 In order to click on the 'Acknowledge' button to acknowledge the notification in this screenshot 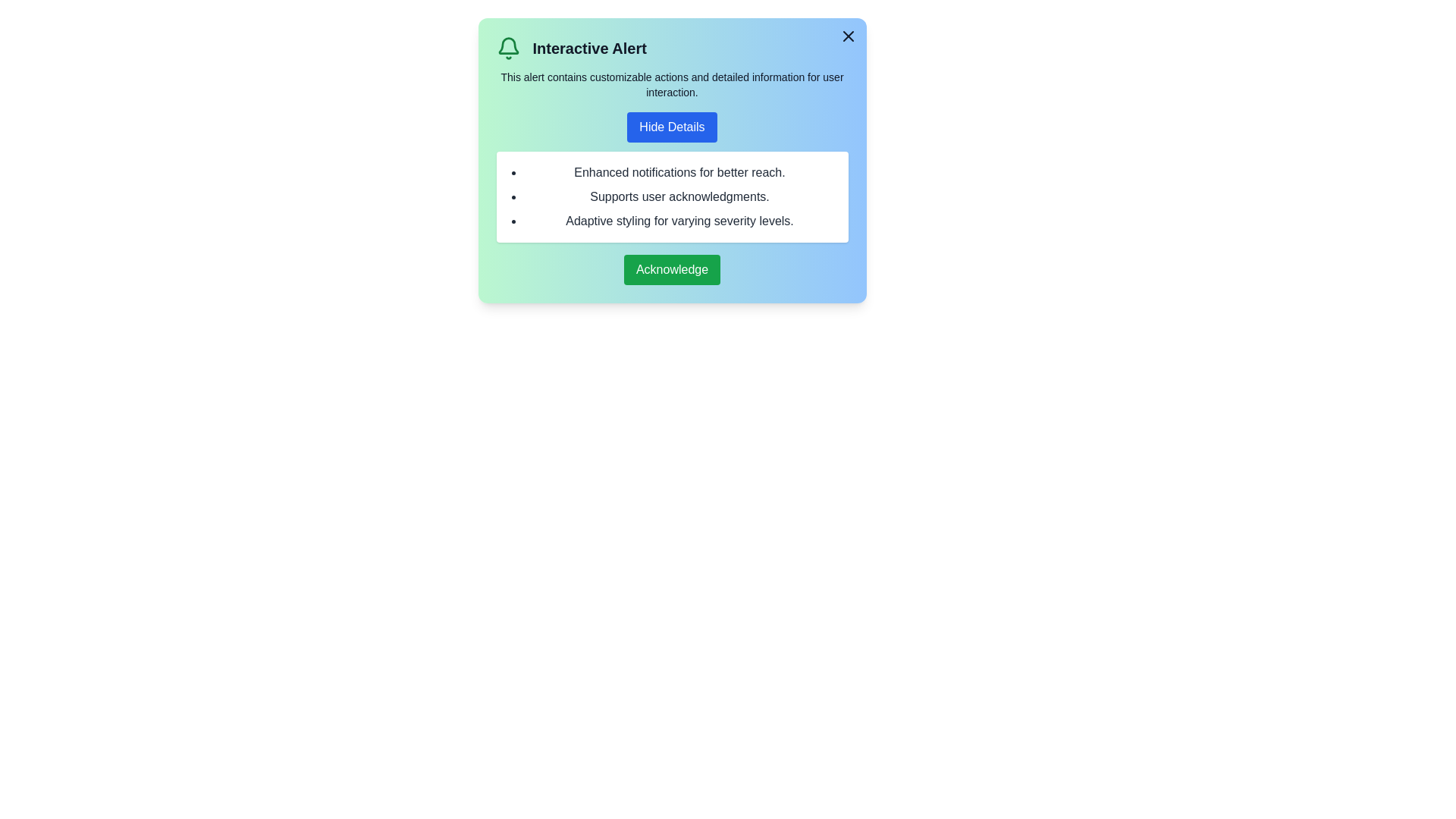, I will do `click(671, 268)`.